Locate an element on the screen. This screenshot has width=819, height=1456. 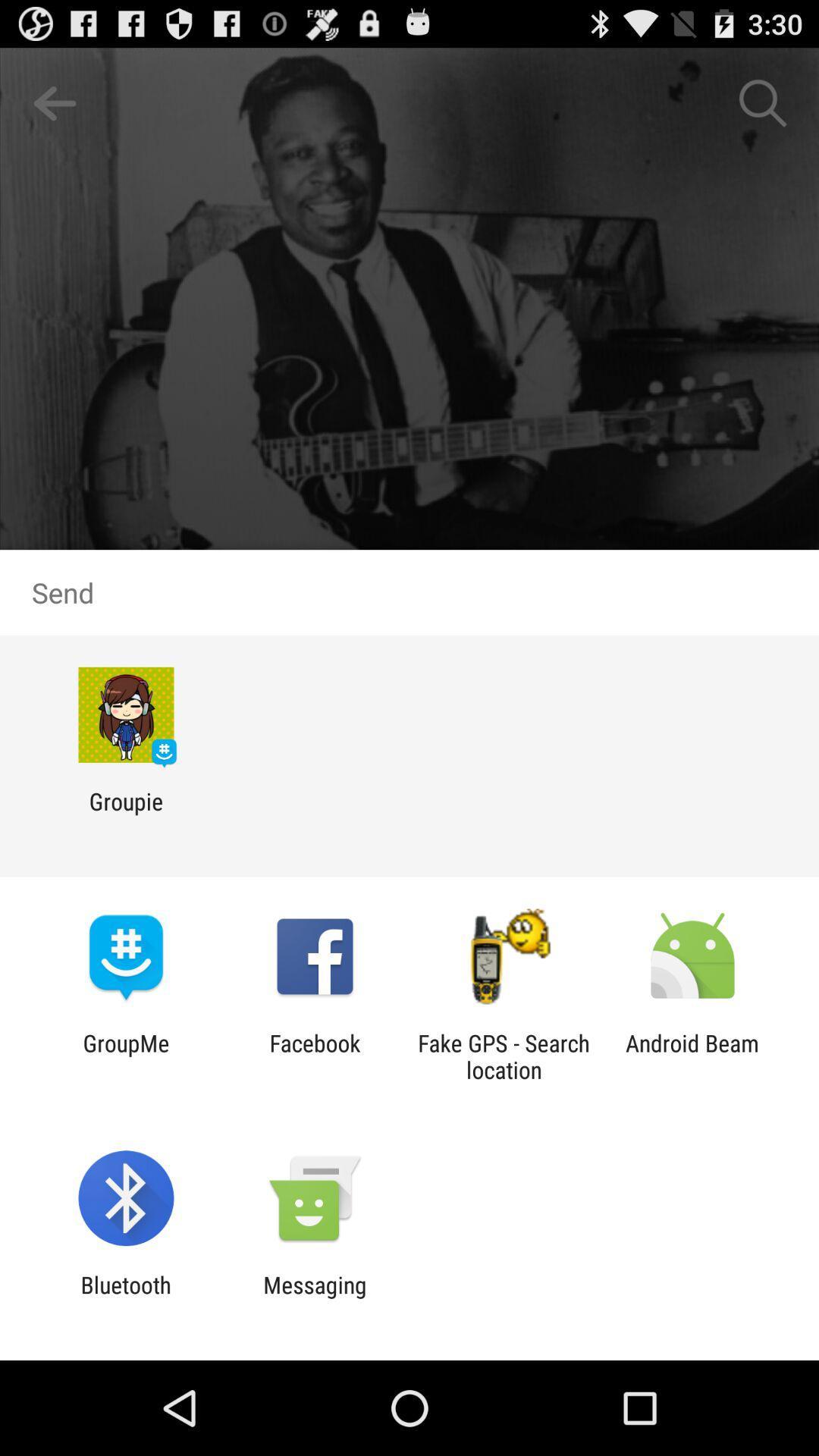
the bluetooth icon is located at coordinates (125, 1298).